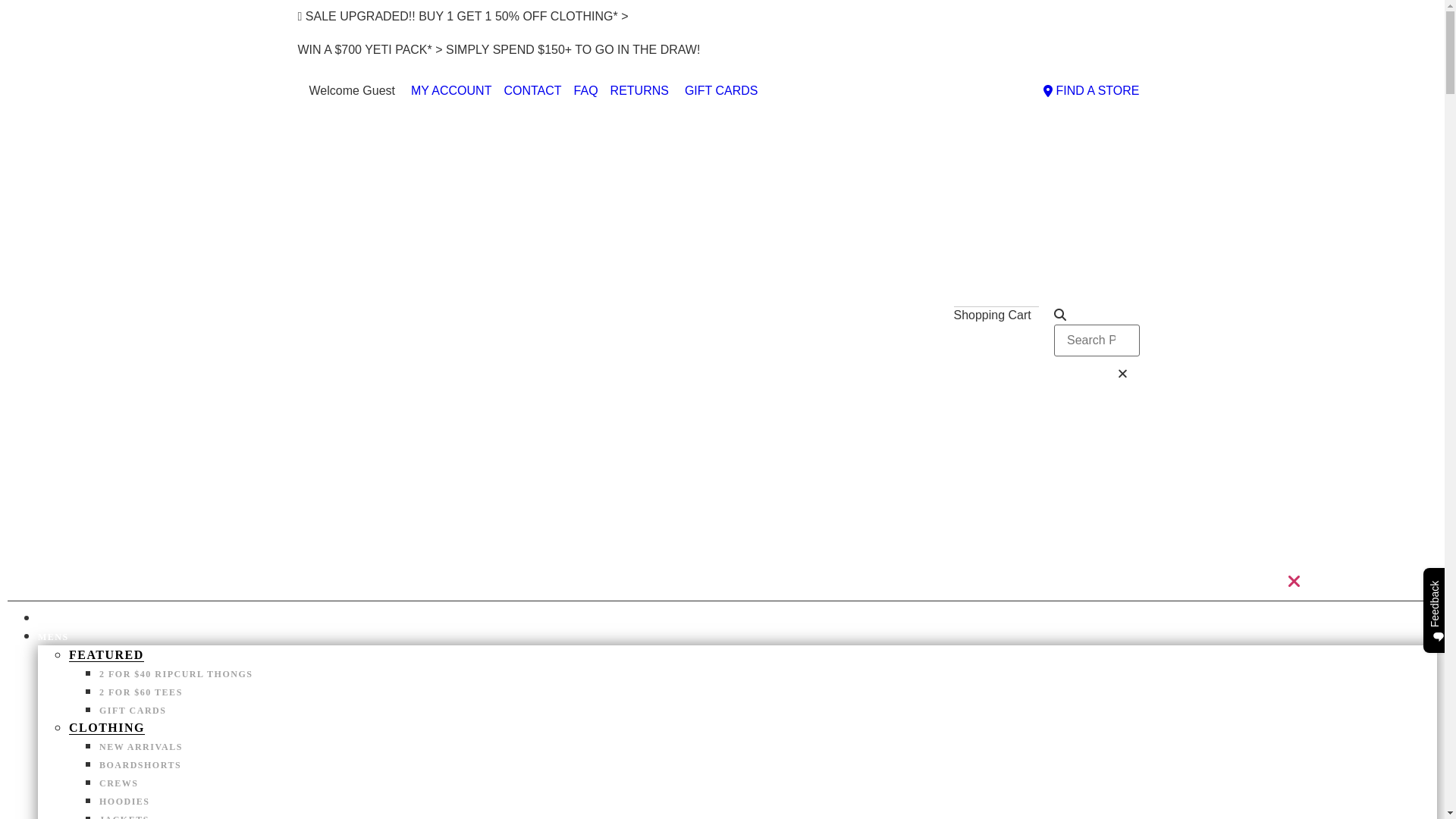  I want to click on 'BOARDSHORTS', so click(140, 765).